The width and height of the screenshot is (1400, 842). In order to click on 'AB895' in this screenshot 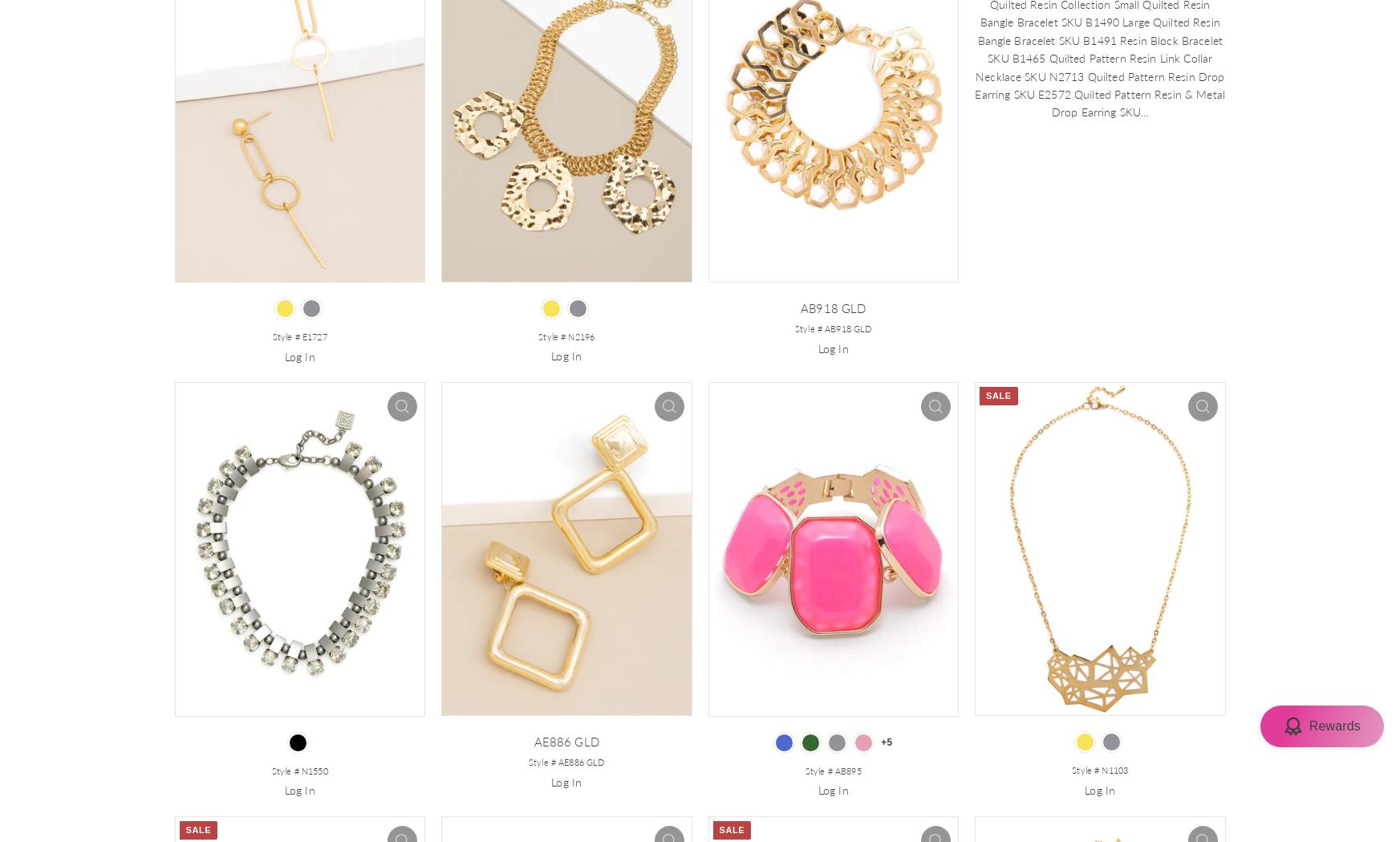, I will do `click(846, 770)`.